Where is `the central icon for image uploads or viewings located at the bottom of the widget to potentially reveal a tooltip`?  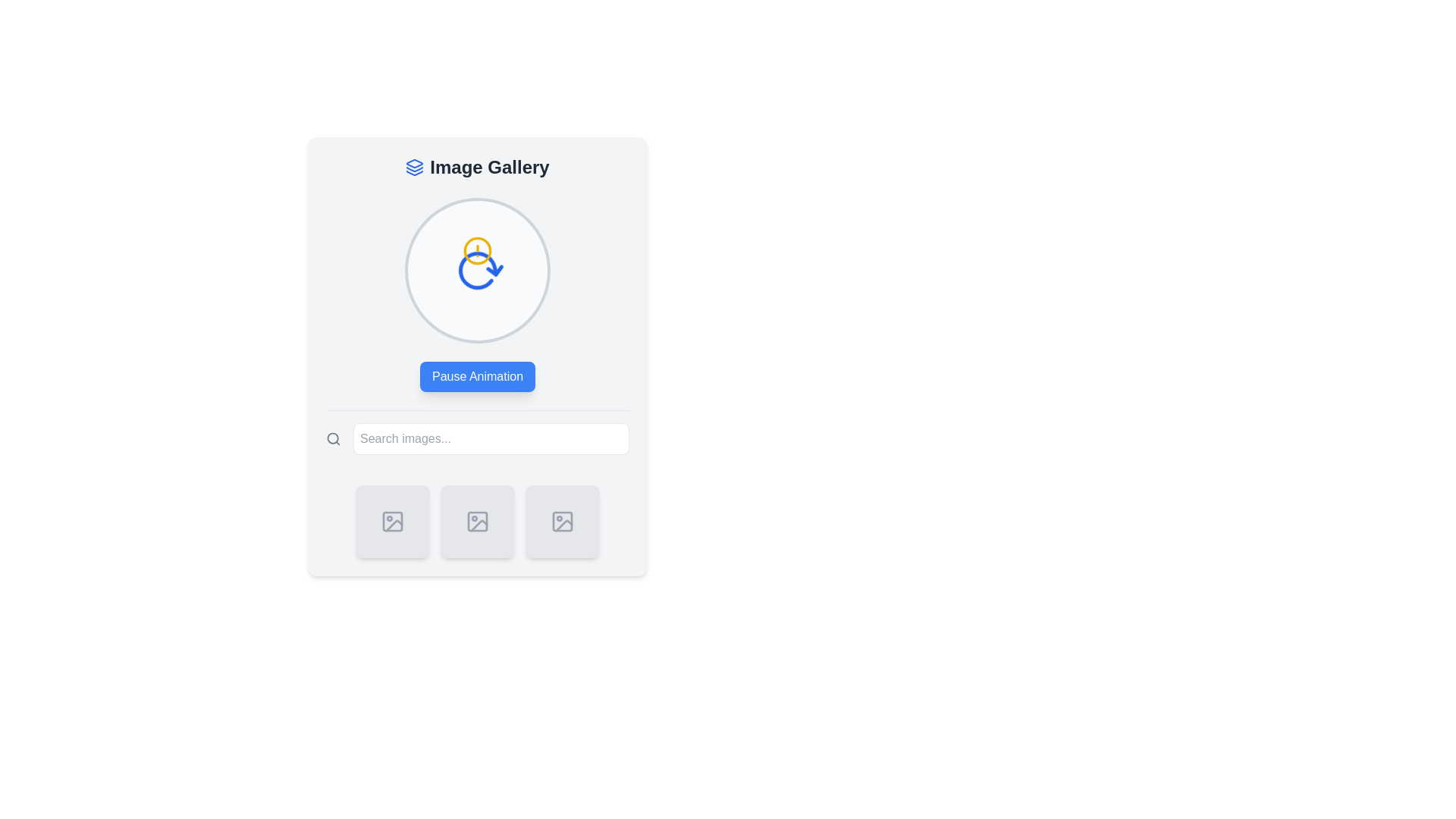
the central icon for image uploads or viewings located at the bottom of the widget to potentially reveal a tooltip is located at coordinates (476, 520).